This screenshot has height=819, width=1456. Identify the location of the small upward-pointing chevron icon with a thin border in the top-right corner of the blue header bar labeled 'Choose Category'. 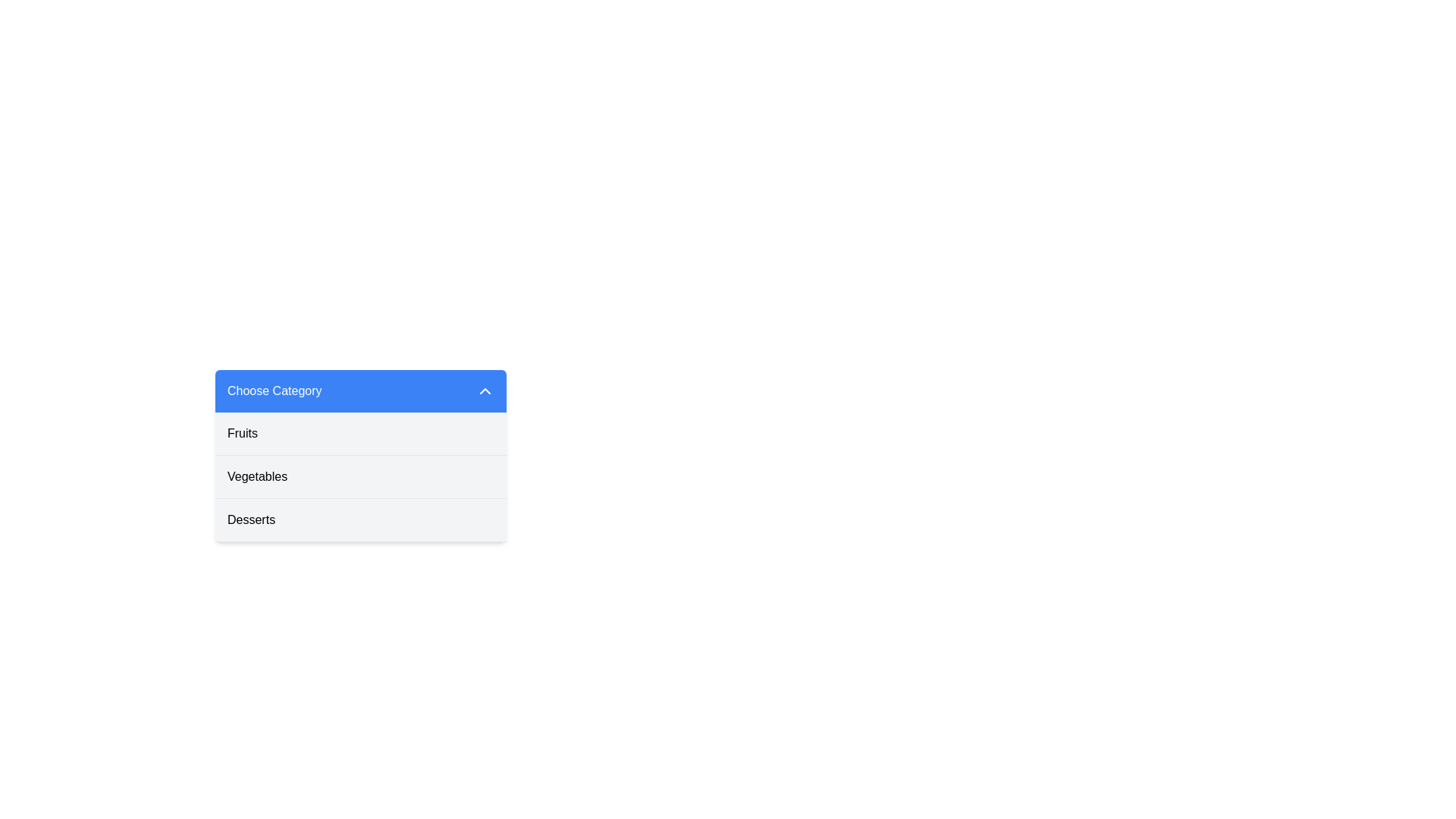
(484, 391).